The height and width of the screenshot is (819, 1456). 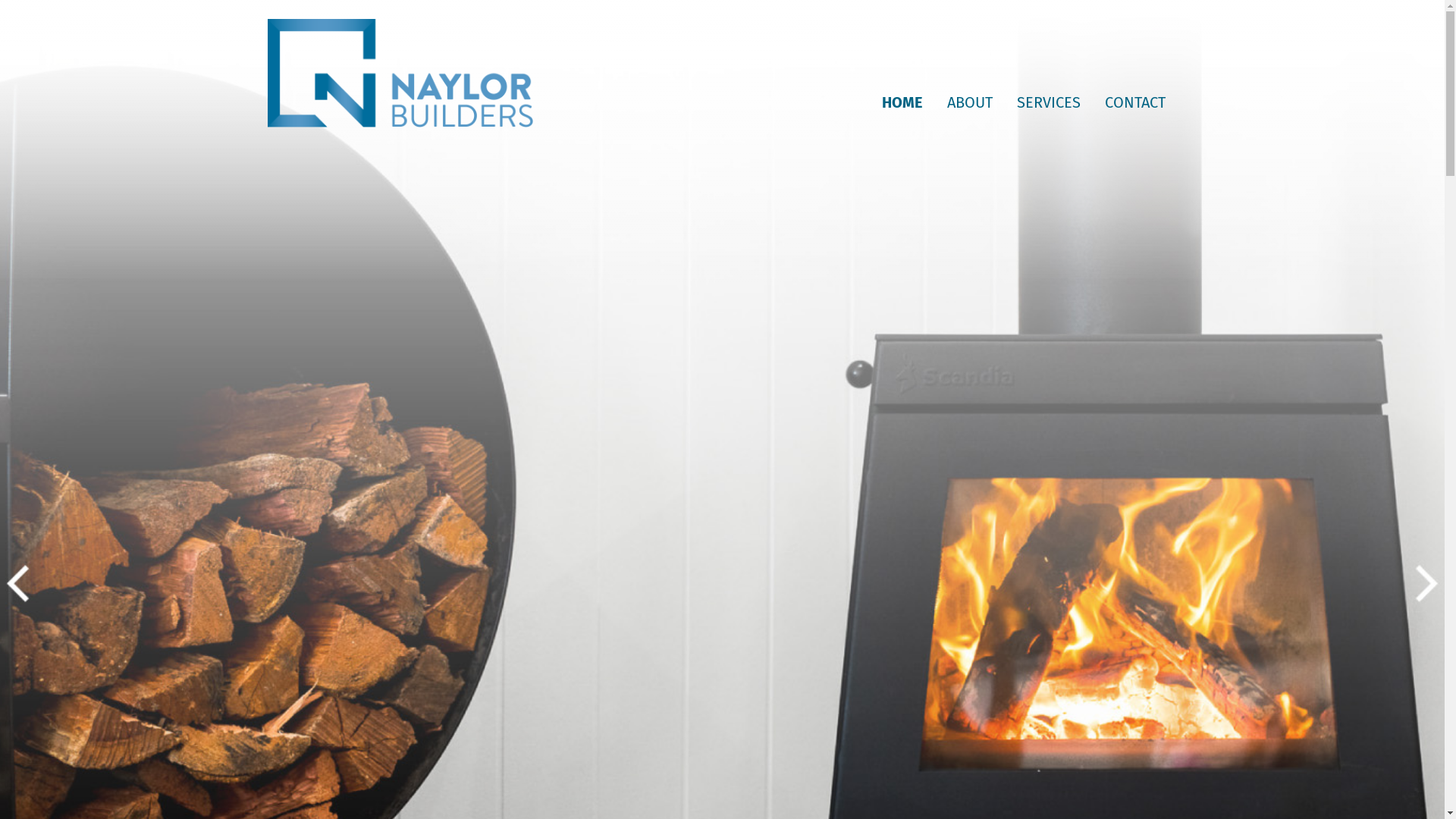 What do you see at coordinates (1047, 102) in the screenshot?
I see `'SERVICES'` at bounding box center [1047, 102].